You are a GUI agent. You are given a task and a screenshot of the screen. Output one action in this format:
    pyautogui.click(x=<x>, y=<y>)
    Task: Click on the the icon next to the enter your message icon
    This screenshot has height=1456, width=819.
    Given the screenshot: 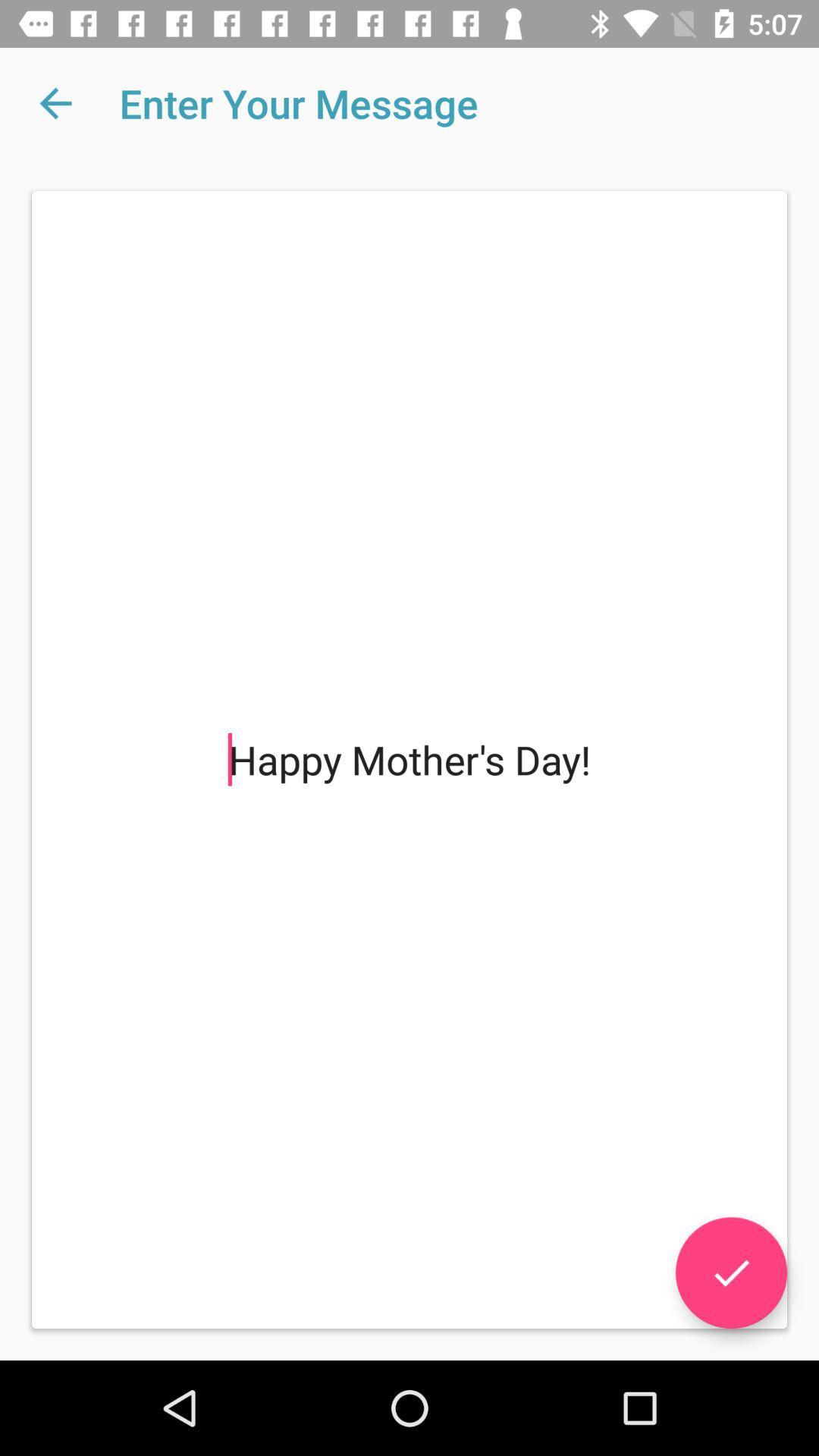 What is the action you would take?
    pyautogui.click(x=55, y=102)
    